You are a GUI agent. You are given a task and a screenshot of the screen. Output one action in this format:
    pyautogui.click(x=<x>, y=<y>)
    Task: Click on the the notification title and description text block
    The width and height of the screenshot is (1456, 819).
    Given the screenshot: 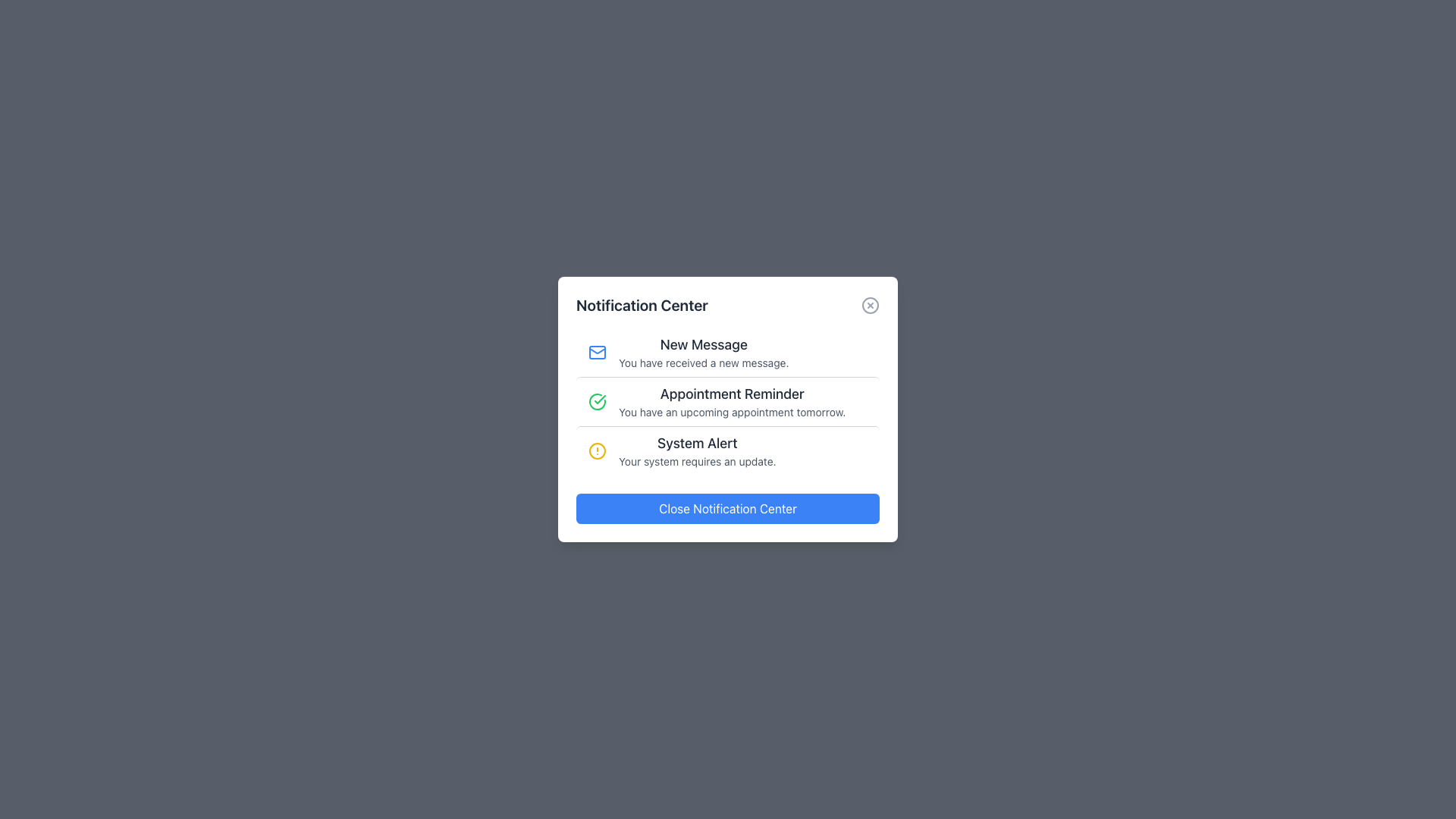 What is the action you would take?
    pyautogui.click(x=703, y=353)
    